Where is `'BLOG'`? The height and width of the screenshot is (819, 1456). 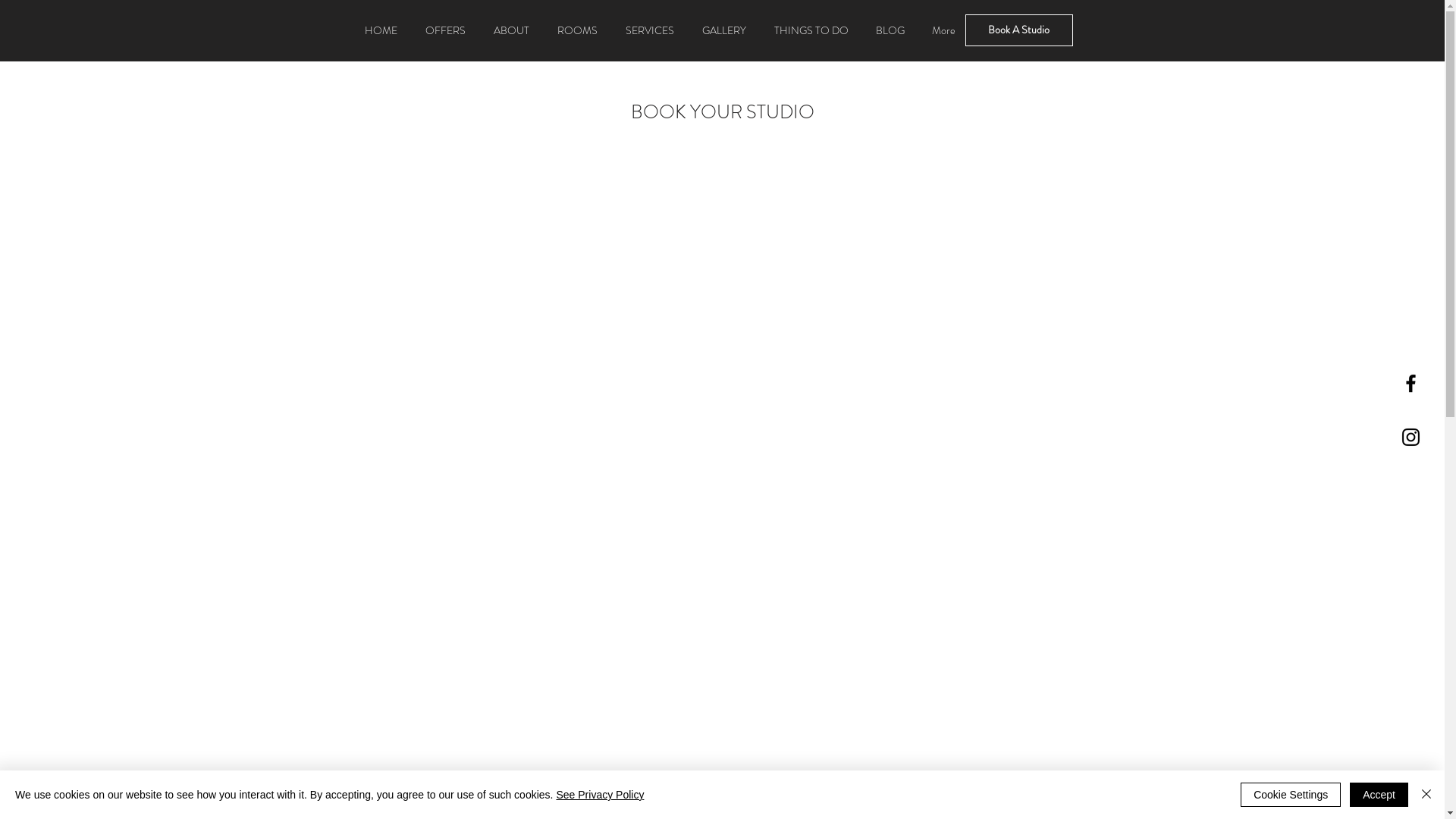
'BLOG' is located at coordinates (889, 30).